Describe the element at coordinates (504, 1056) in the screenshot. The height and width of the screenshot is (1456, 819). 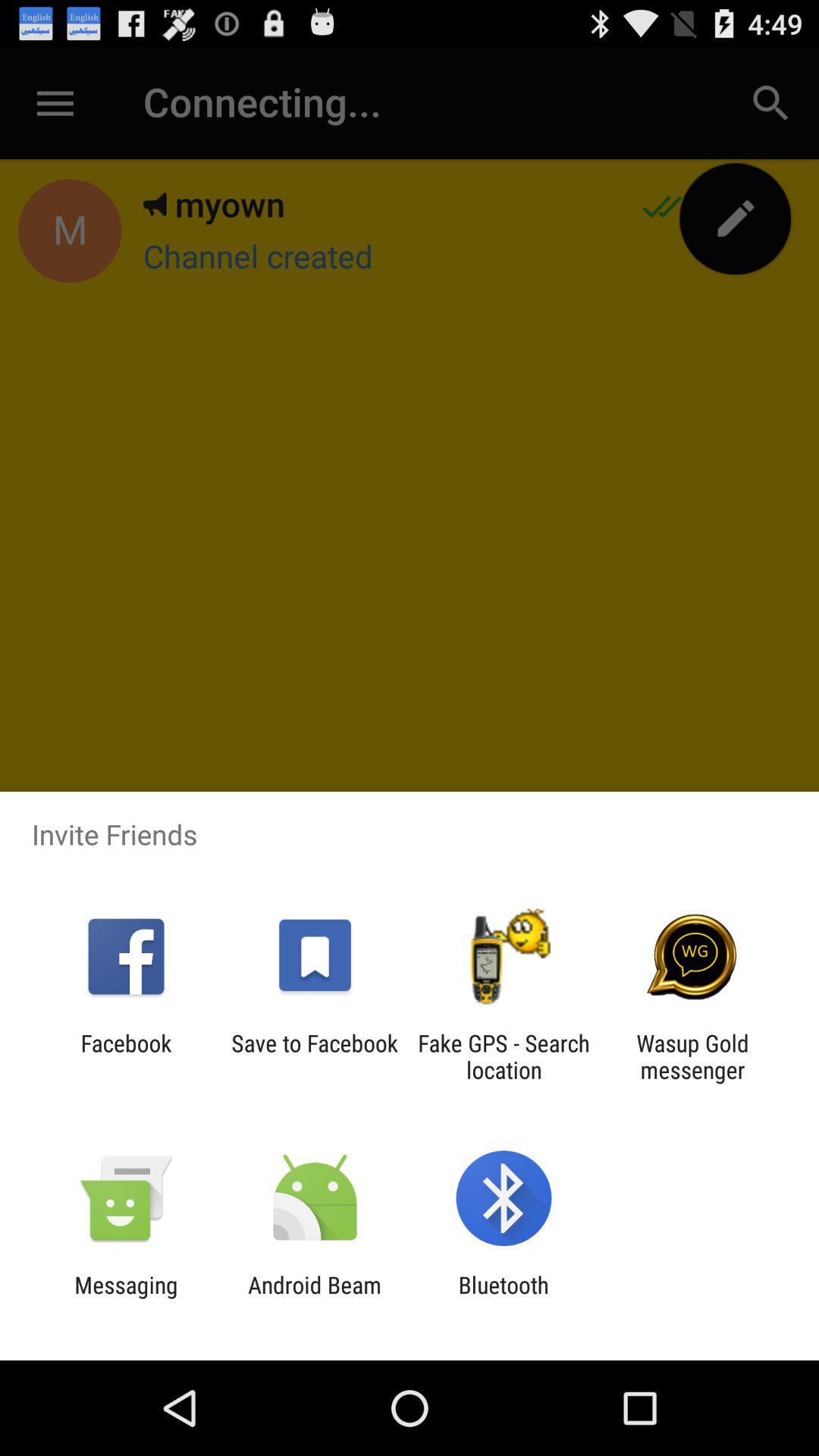
I see `fake gps search app` at that location.